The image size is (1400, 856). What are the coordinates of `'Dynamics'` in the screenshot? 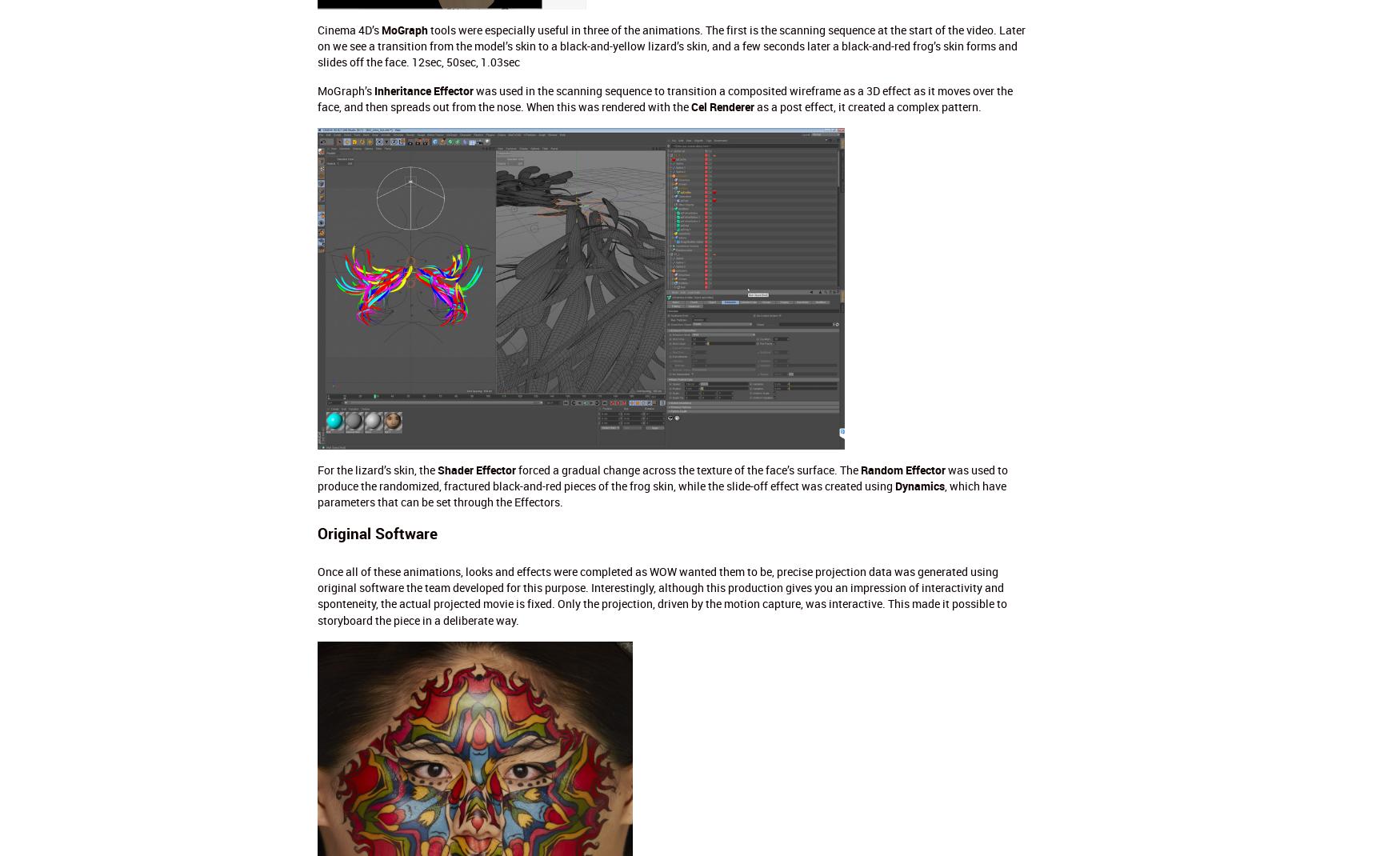 It's located at (918, 484).